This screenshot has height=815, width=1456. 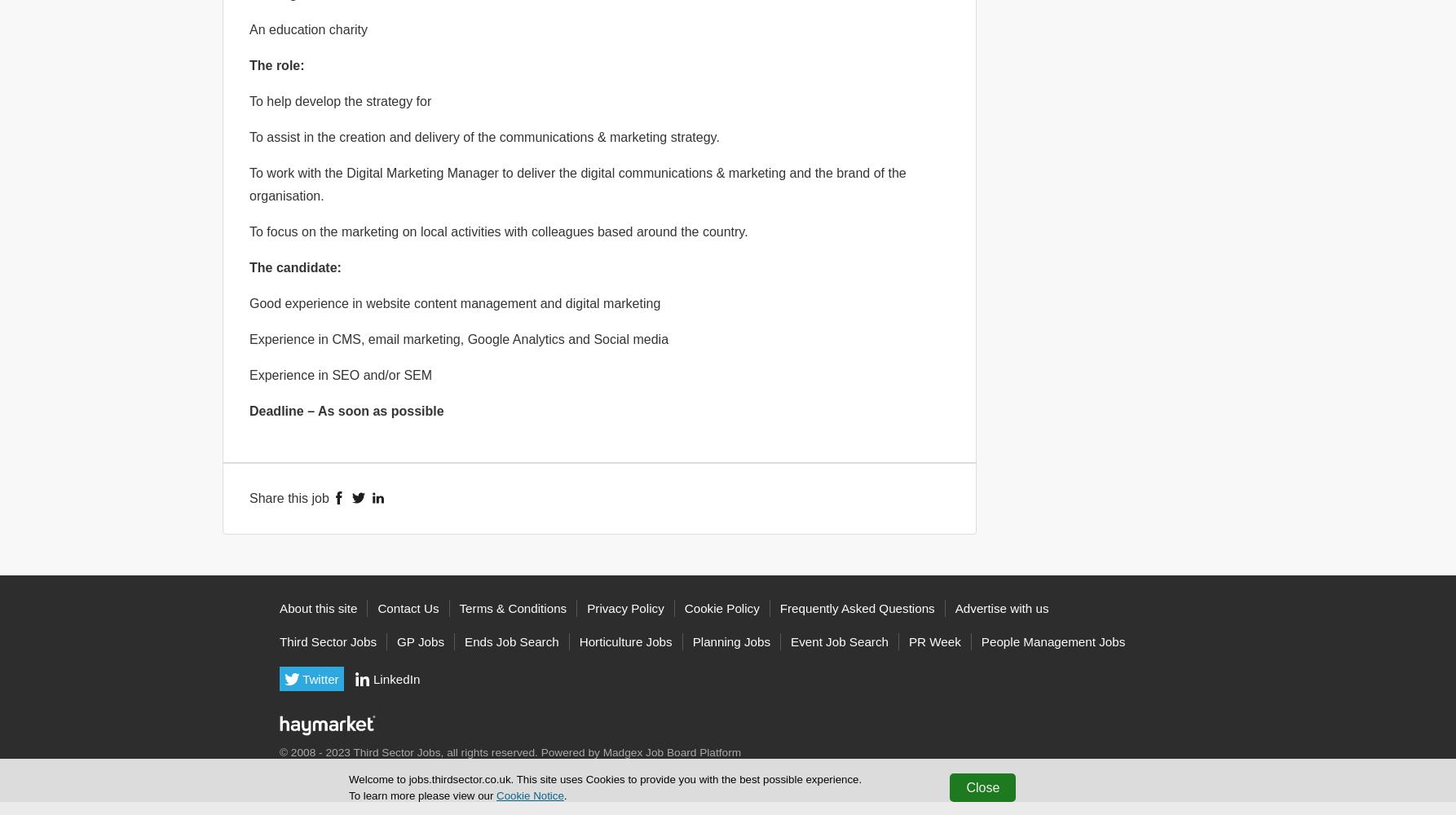 What do you see at coordinates (529, 795) in the screenshot?
I see `'Cookie Notice'` at bounding box center [529, 795].